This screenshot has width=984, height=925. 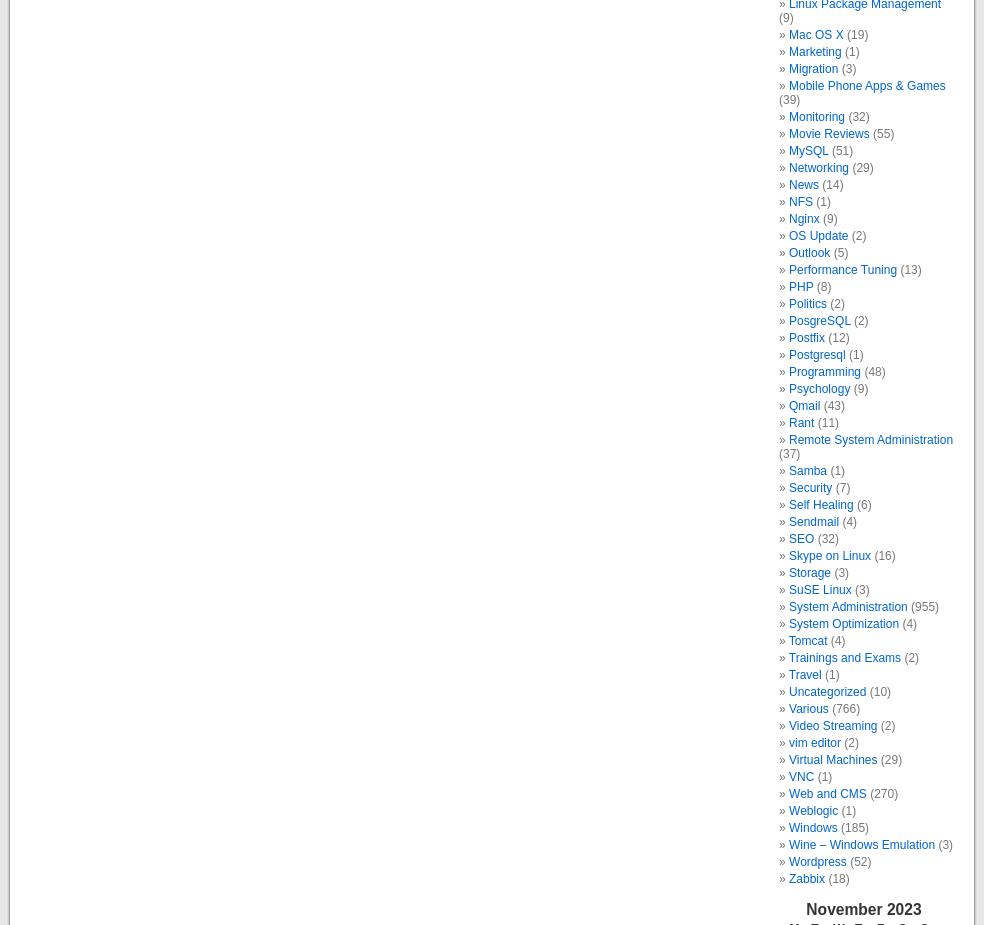 What do you see at coordinates (852, 827) in the screenshot?
I see `'(185)'` at bounding box center [852, 827].